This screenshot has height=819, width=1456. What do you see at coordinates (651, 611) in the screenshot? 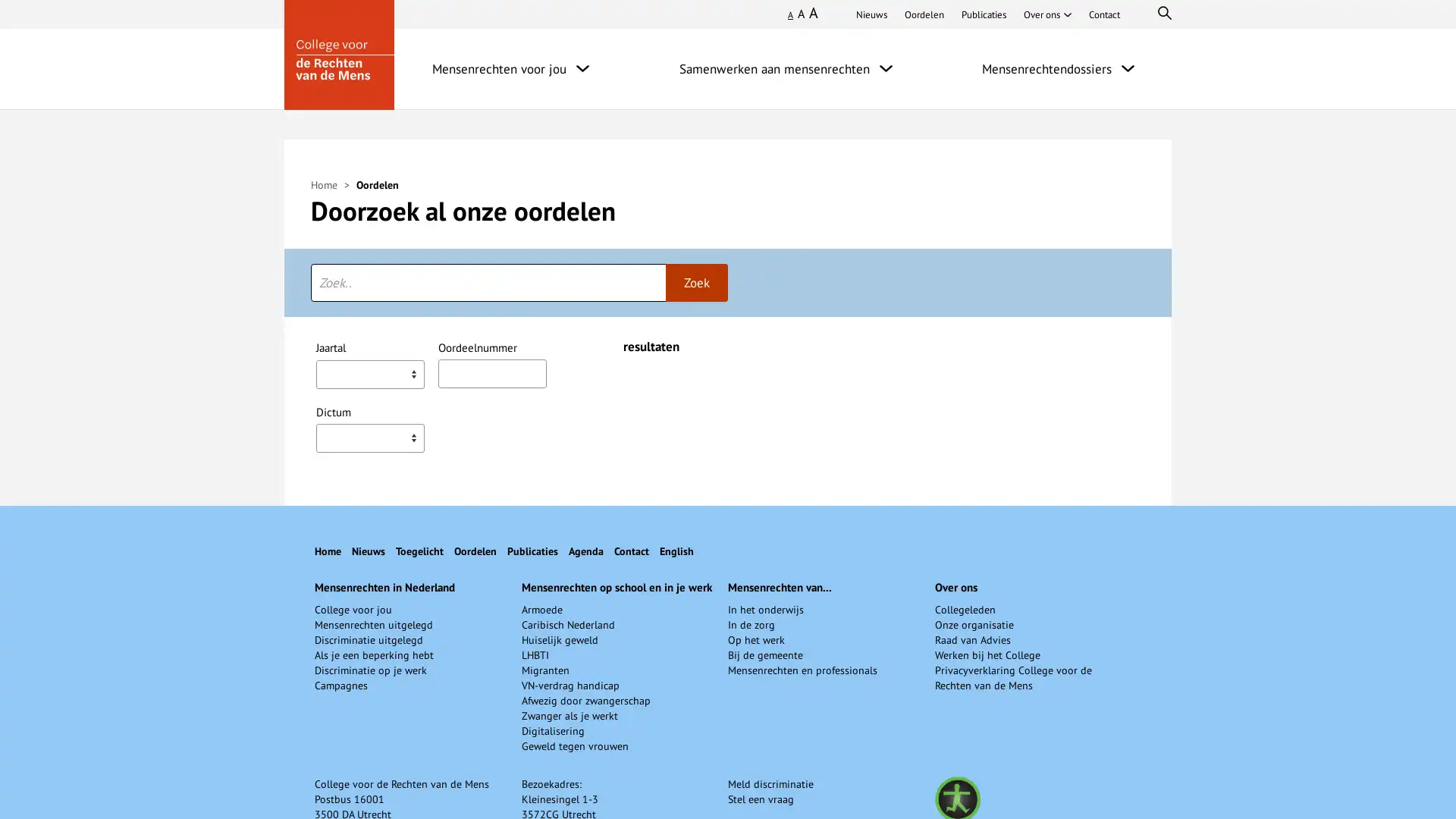
I see `Intimidatie,` at bounding box center [651, 611].